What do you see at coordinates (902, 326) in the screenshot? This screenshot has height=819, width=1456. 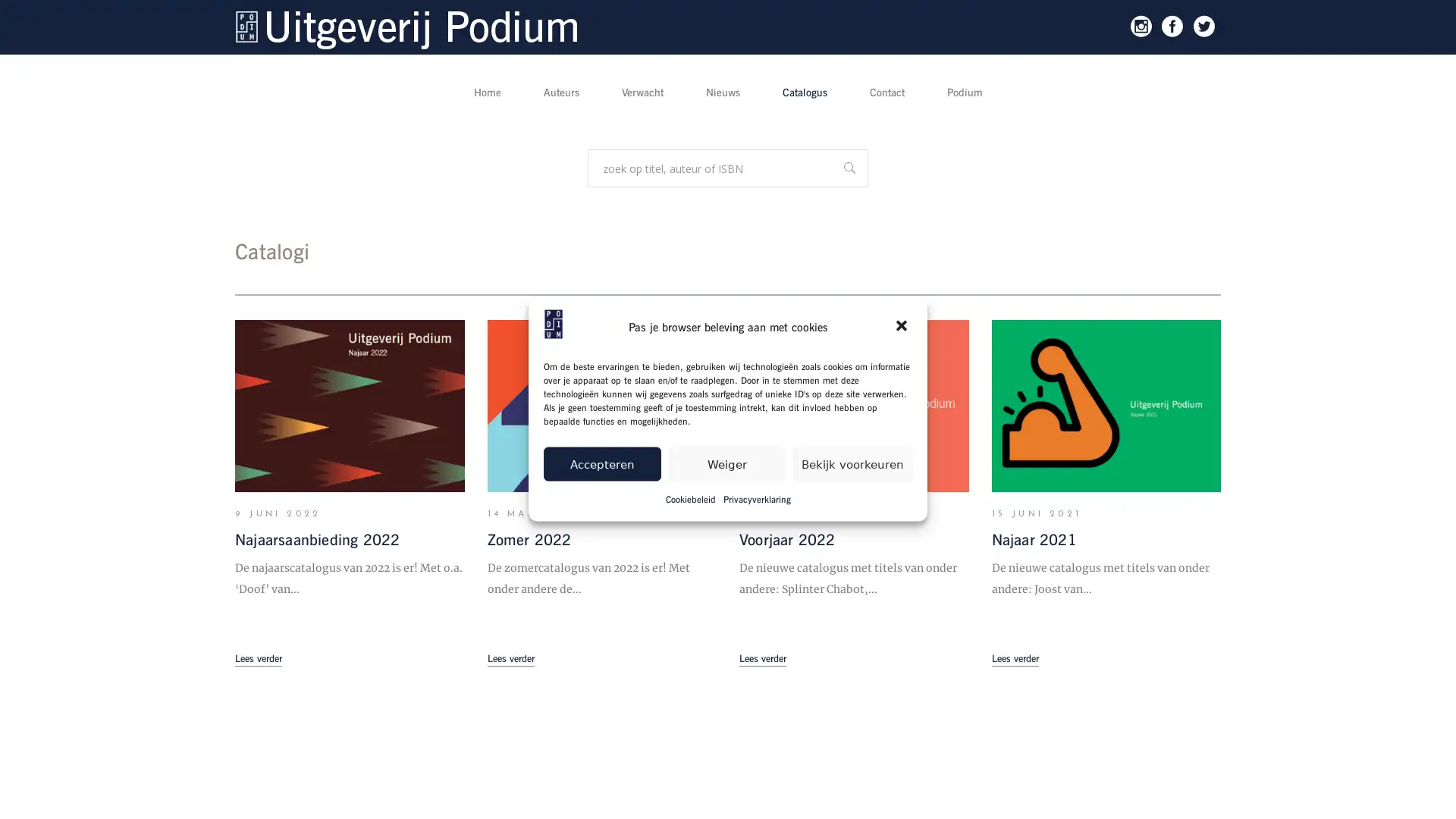 I see `close-dialog` at bounding box center [902, 326].